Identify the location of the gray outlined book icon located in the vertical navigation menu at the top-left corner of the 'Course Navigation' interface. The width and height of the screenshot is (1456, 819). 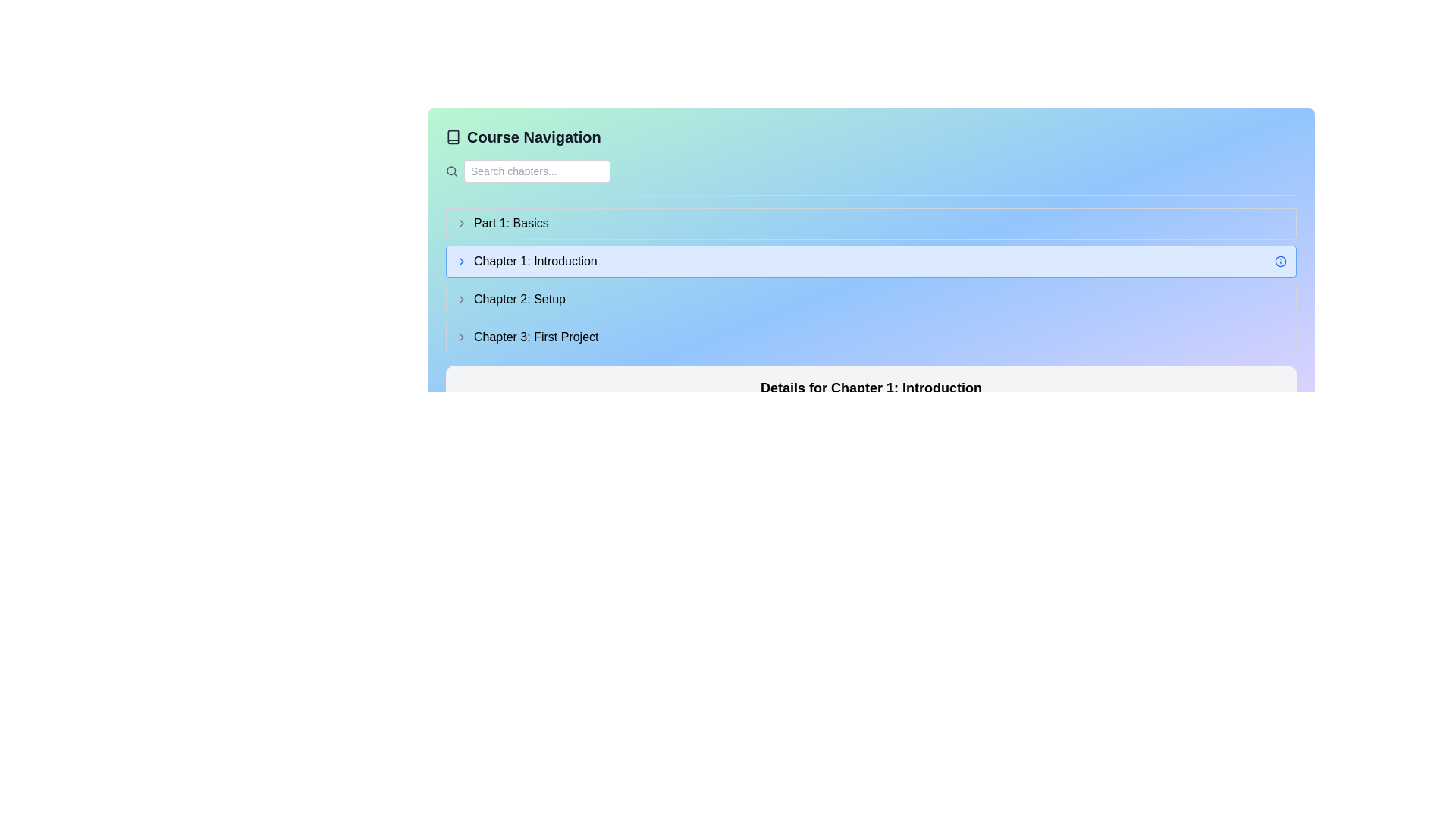
(453, 137).